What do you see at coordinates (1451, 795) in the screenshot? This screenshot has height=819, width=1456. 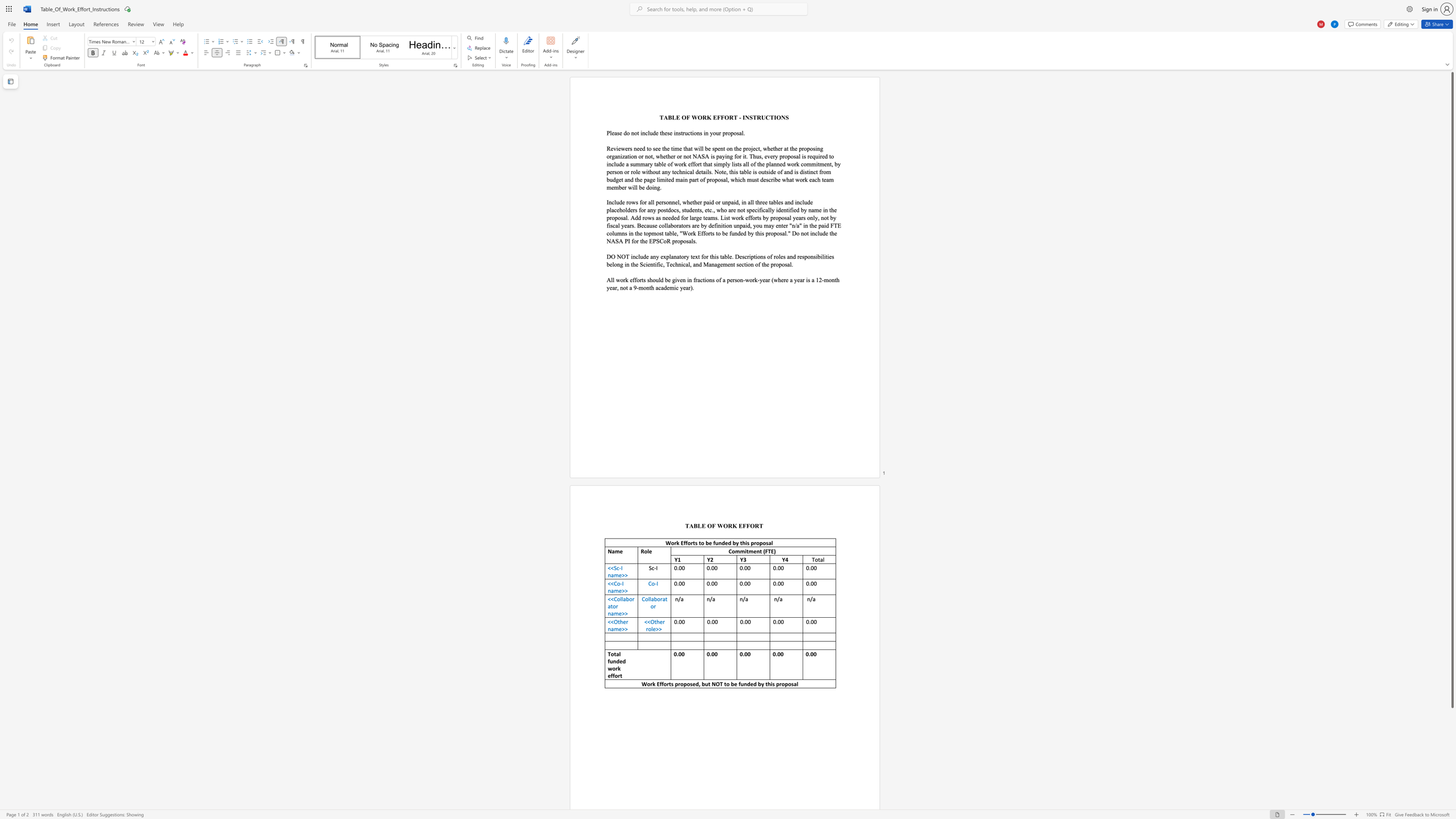 I see `the scrollbar on the right` at bounding box center [1451, 795].